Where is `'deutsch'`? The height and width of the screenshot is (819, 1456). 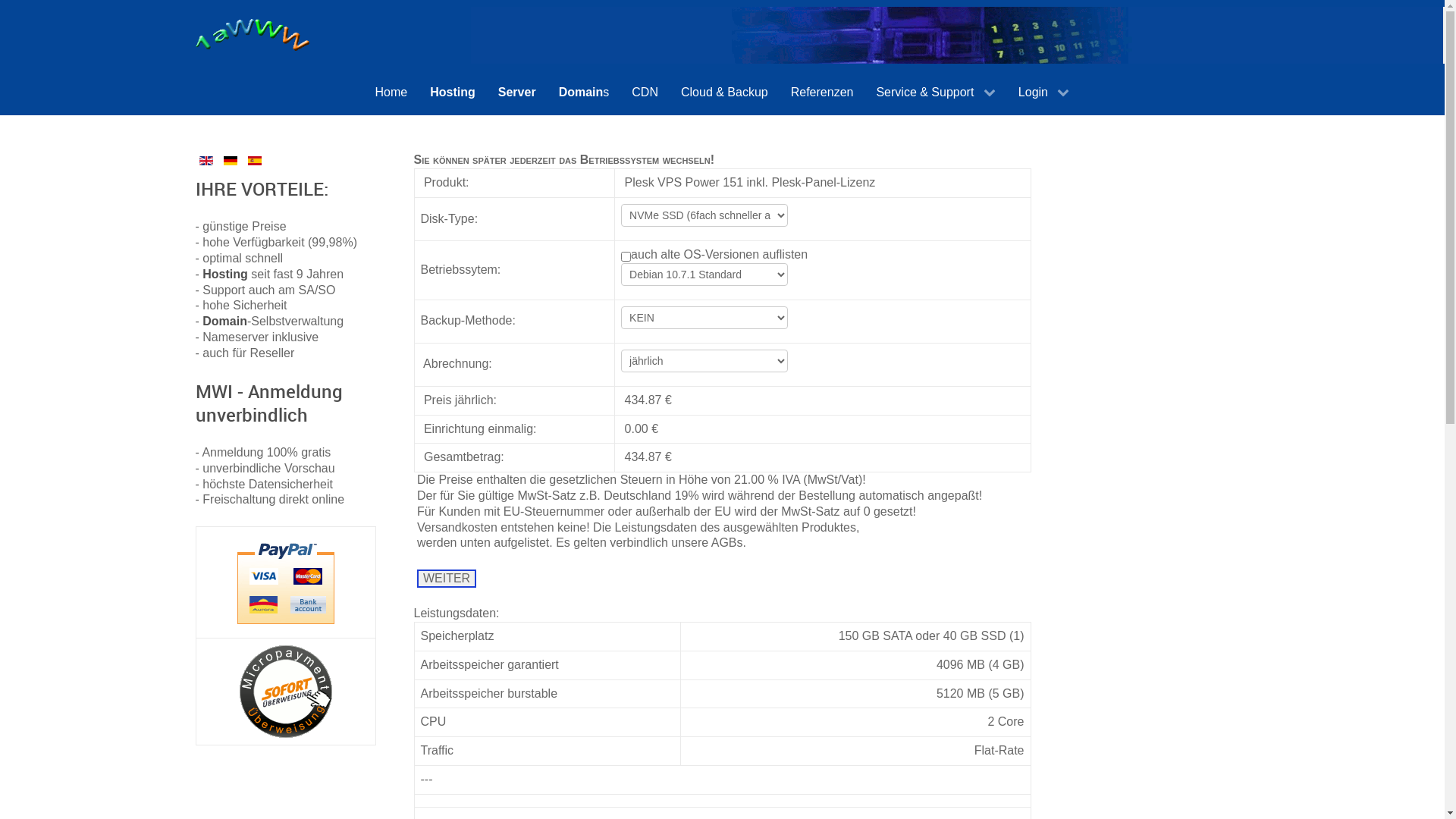 'deutsch' is located at coordinates (229, 161).